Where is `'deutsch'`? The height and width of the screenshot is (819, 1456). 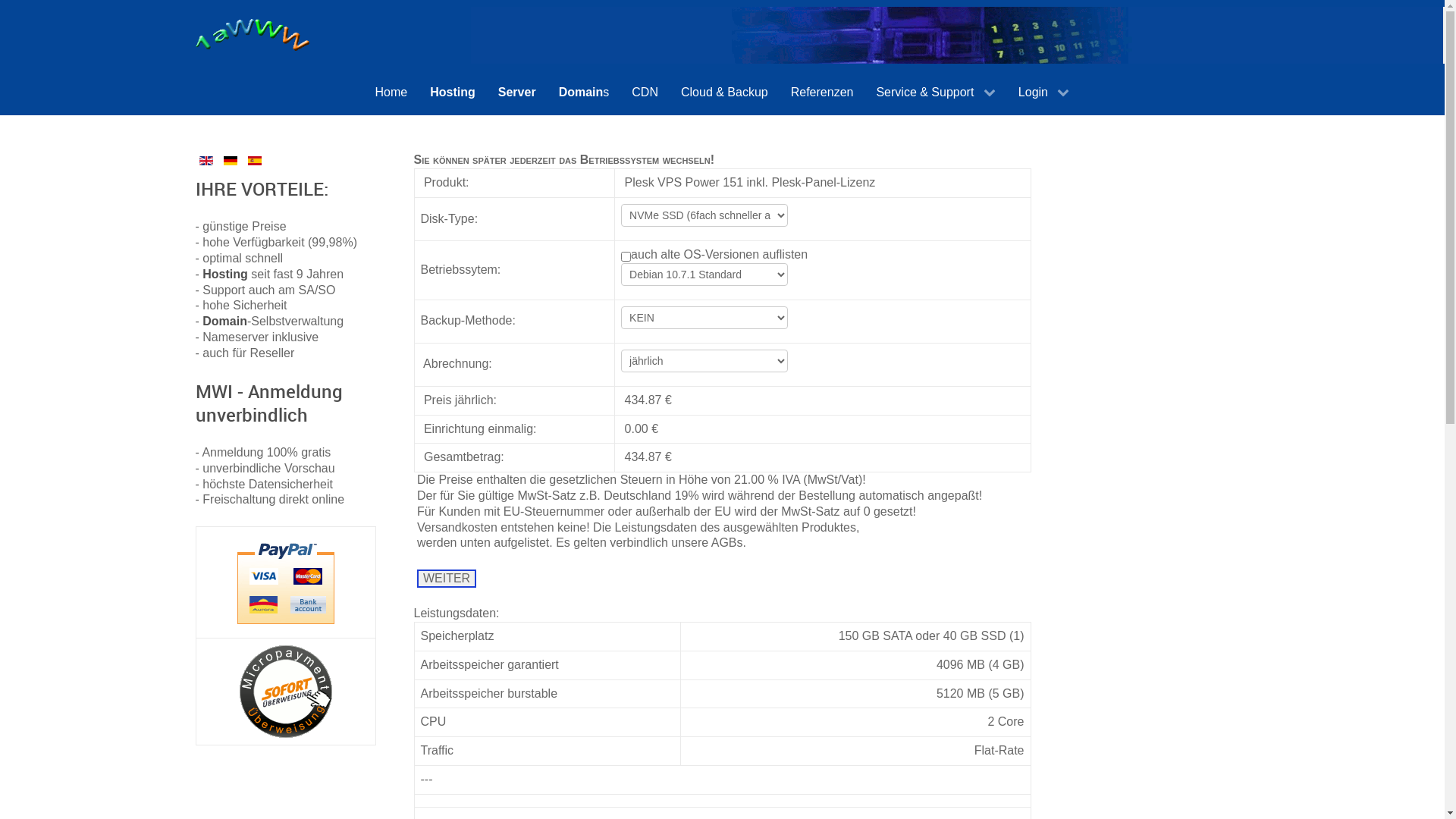 'deutsch' is located at coordinates (229, 161).